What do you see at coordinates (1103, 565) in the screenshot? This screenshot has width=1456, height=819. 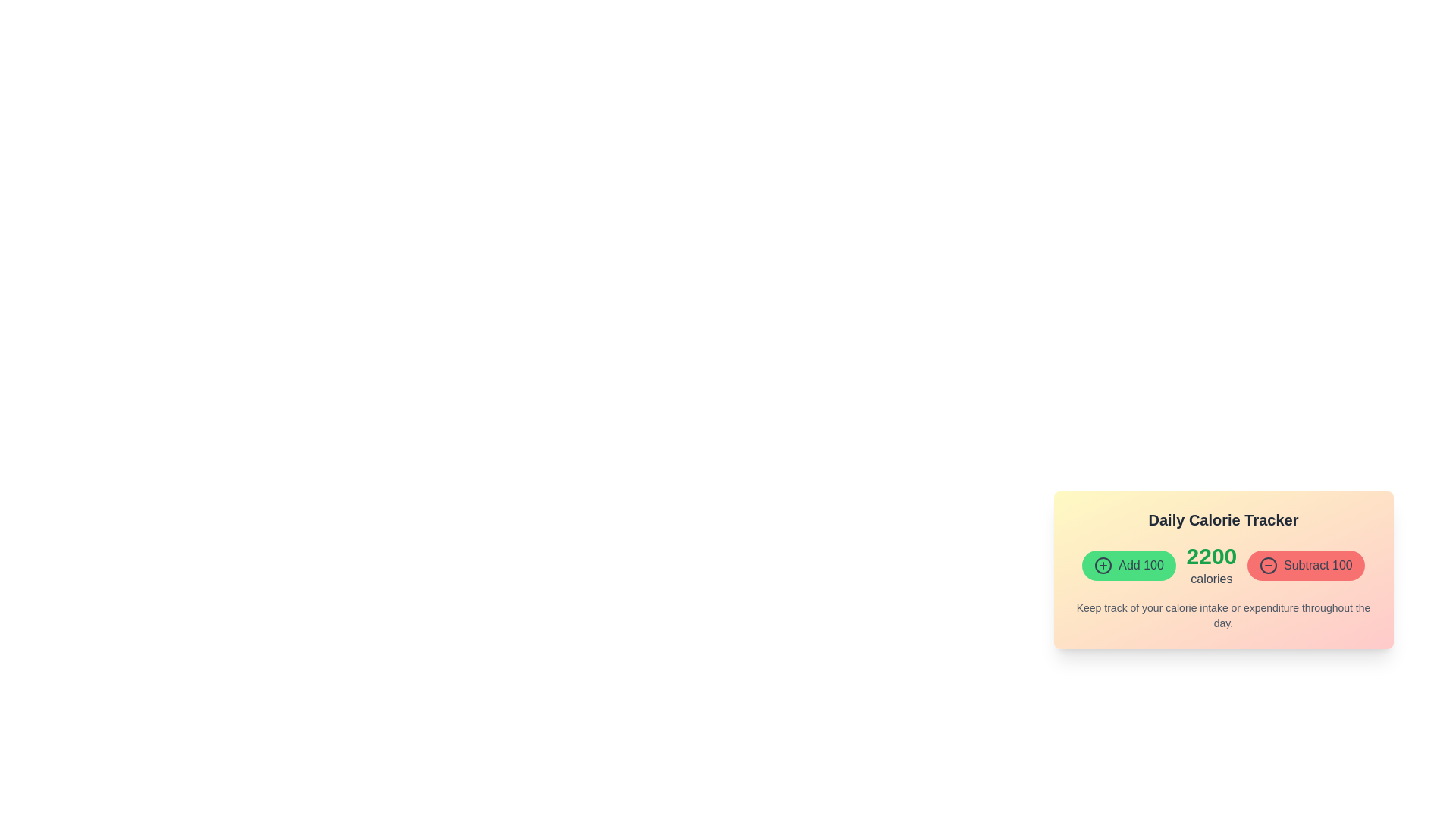 I see `the SVG circle element that represents the 'Add 100' action, located to the left side of the 'Add 100' button in the calorie tracker interface` at bounding box center [1103, 565].